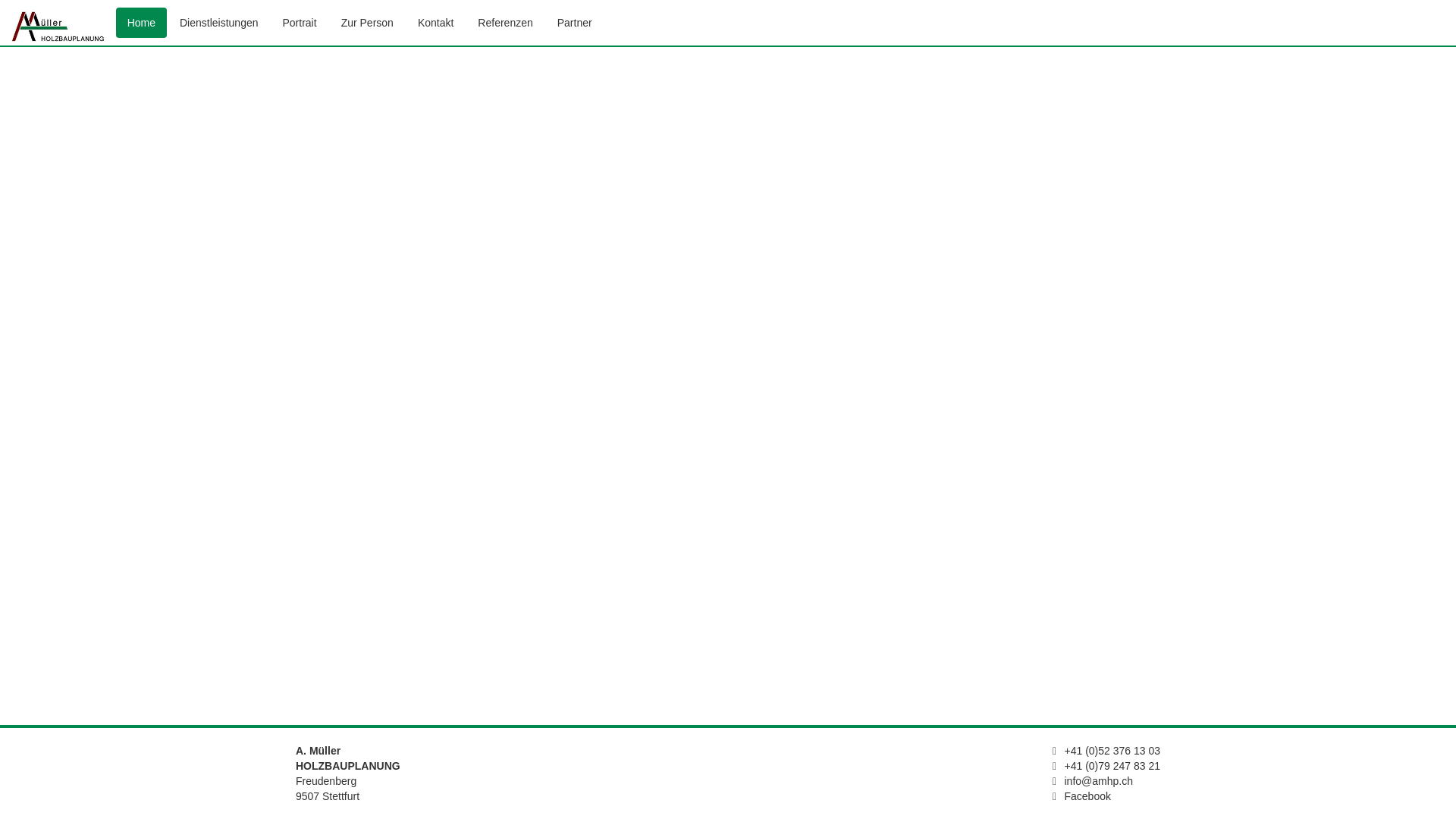  What do you see at coordinates (367, 23) in the screenshot?
I see `'Zur Person'` at bounding box center [367, 23].